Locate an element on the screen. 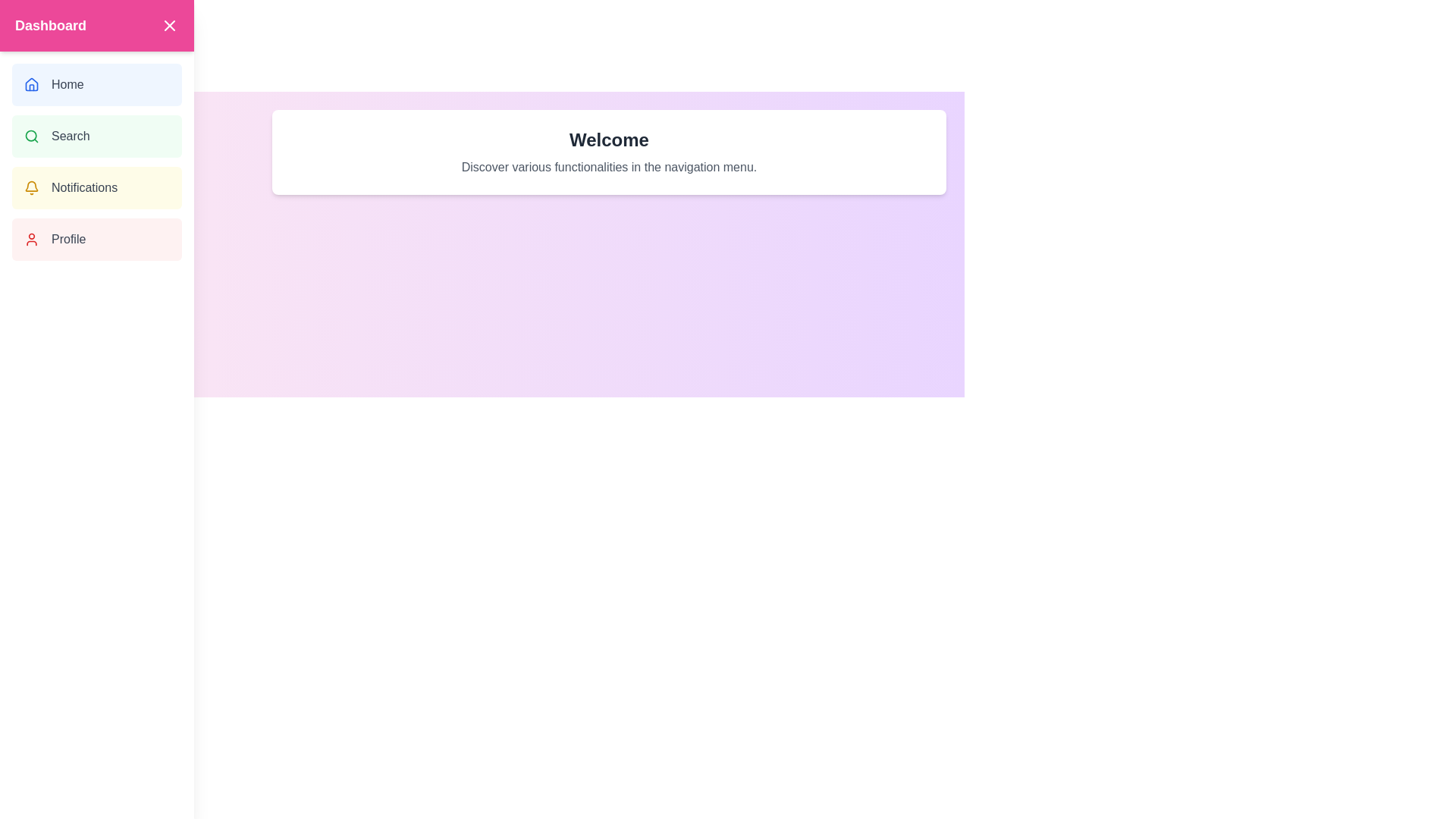  SVG Circle element that represents the circular part of the search icon located in the second navigation item labeled 'Search.' is located at coordinates (31, 135).